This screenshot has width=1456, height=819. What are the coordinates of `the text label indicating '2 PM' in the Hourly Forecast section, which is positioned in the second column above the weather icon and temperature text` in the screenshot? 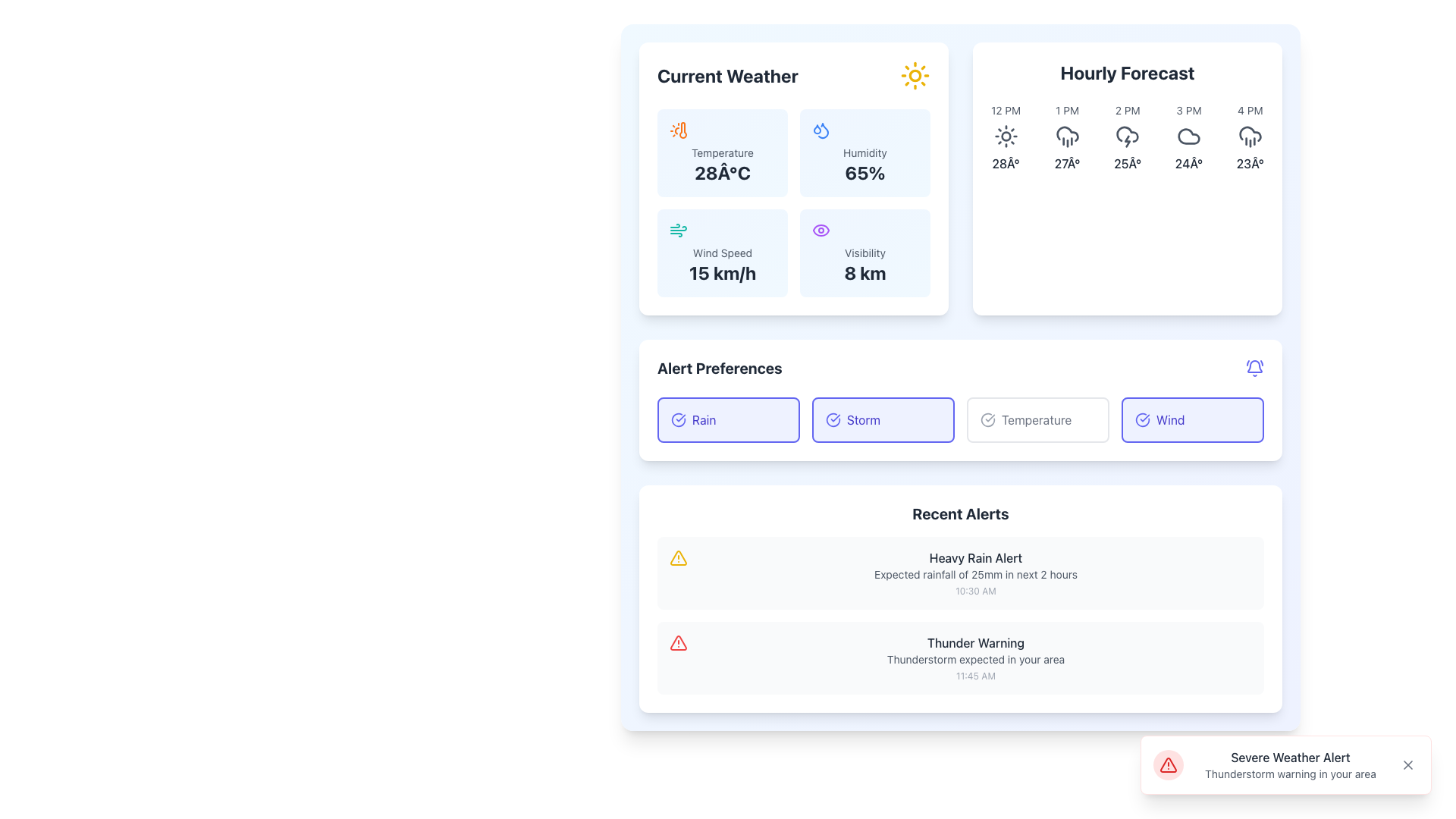 It's located at (1128, 110).